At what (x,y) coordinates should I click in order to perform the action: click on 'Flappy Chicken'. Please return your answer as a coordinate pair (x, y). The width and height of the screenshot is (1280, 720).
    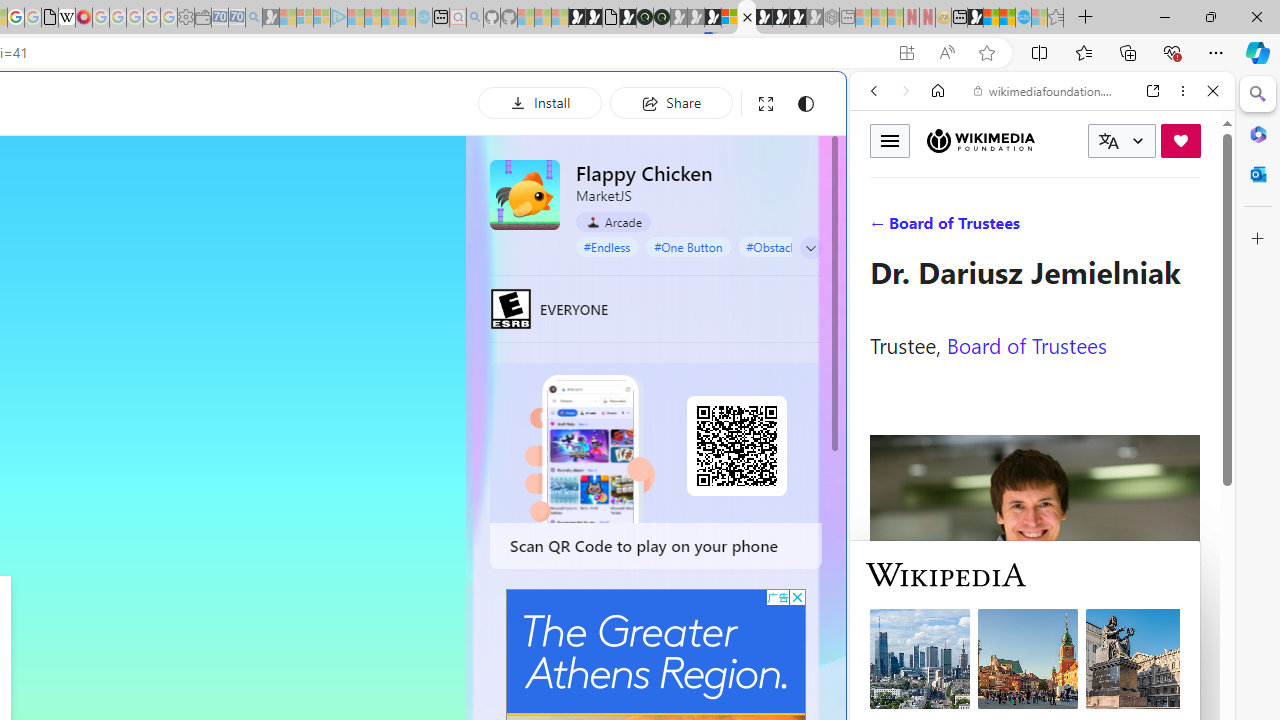
    Looking at the image, I should click on (525, 194).